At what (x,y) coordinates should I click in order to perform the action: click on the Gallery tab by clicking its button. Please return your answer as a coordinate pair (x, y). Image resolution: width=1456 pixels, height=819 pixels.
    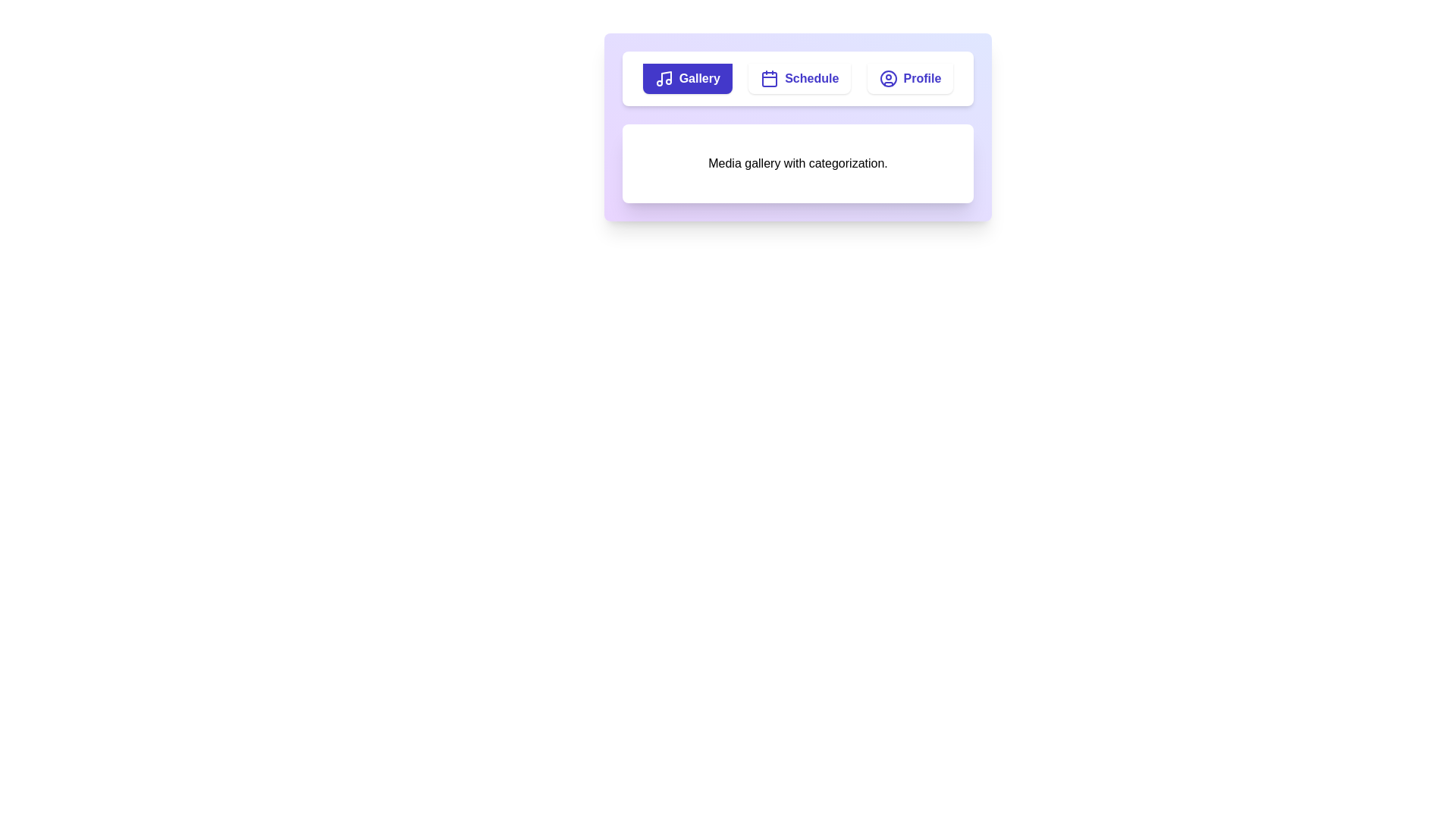
    Looking at the image, I should click on (686, 79).